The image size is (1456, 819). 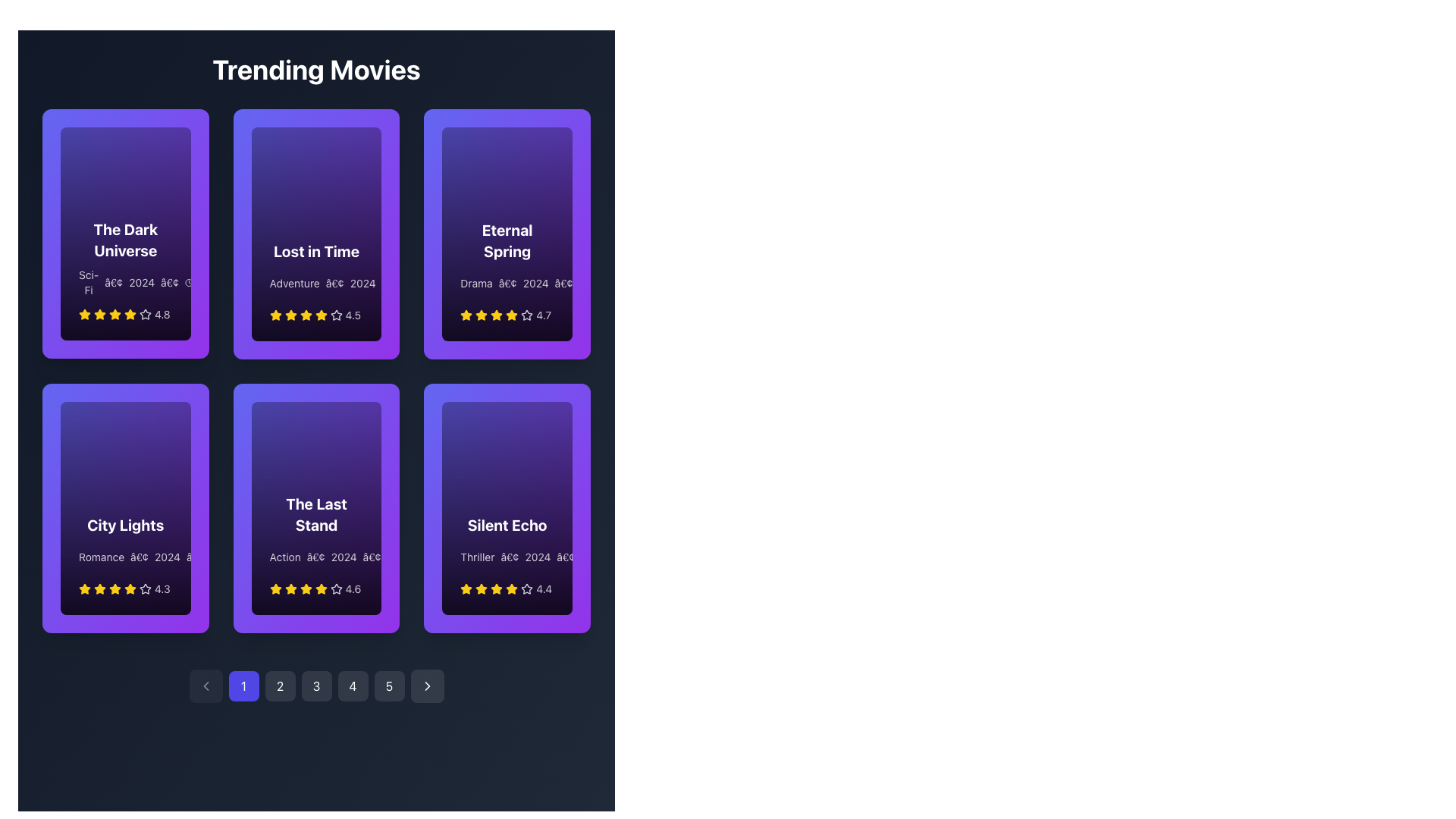 What do you see at coordinates (130, 587) in the screenshot?
I see `the fifth yellow star icon` at bounding box center [130, 587].